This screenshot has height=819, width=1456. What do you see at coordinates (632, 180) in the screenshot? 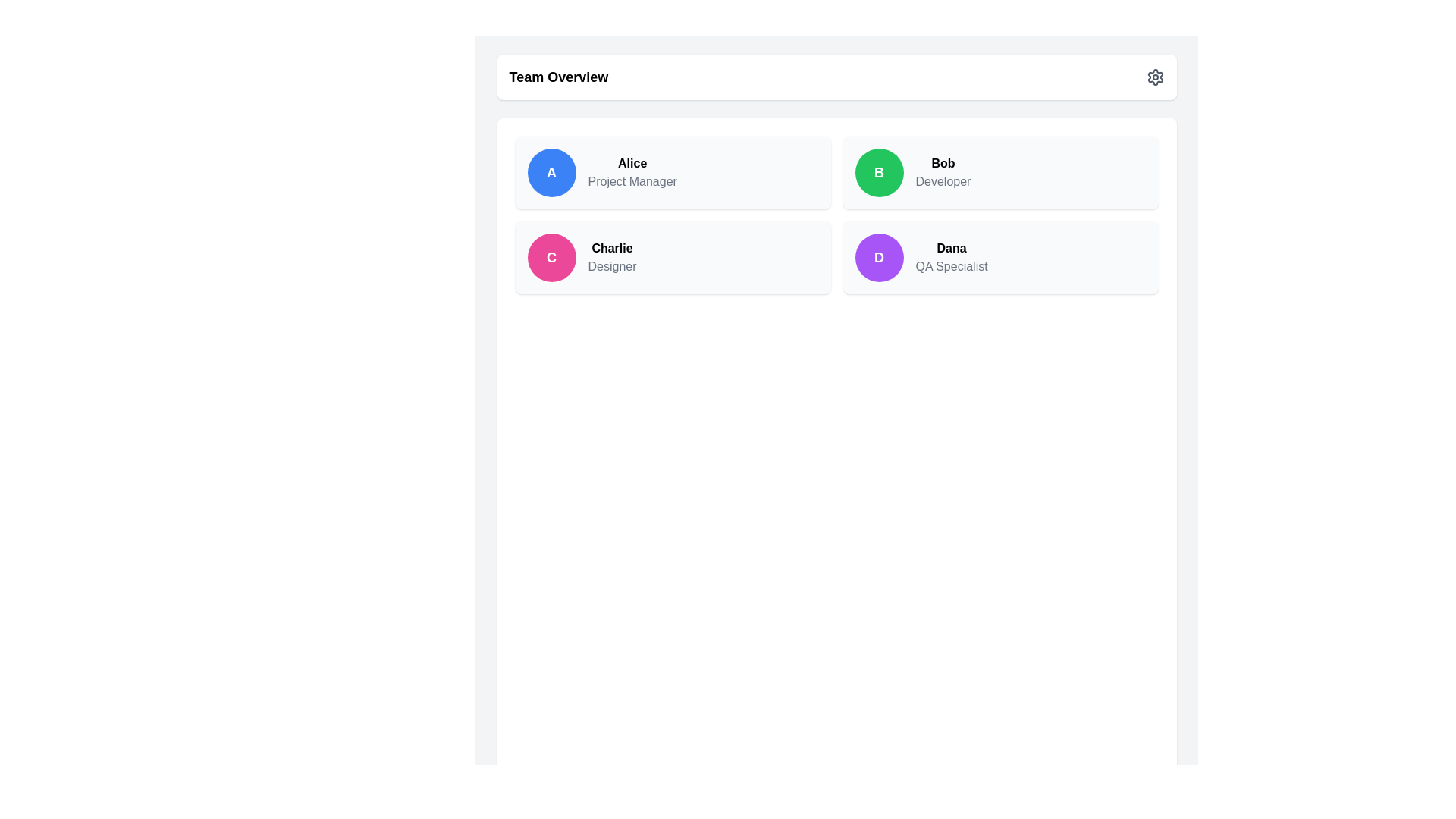
I see `the 'Project Manager' text label, which is styled in lighter gray color and located beneath the name 'Alice' in a team member card` at bounding box center [632, 180].